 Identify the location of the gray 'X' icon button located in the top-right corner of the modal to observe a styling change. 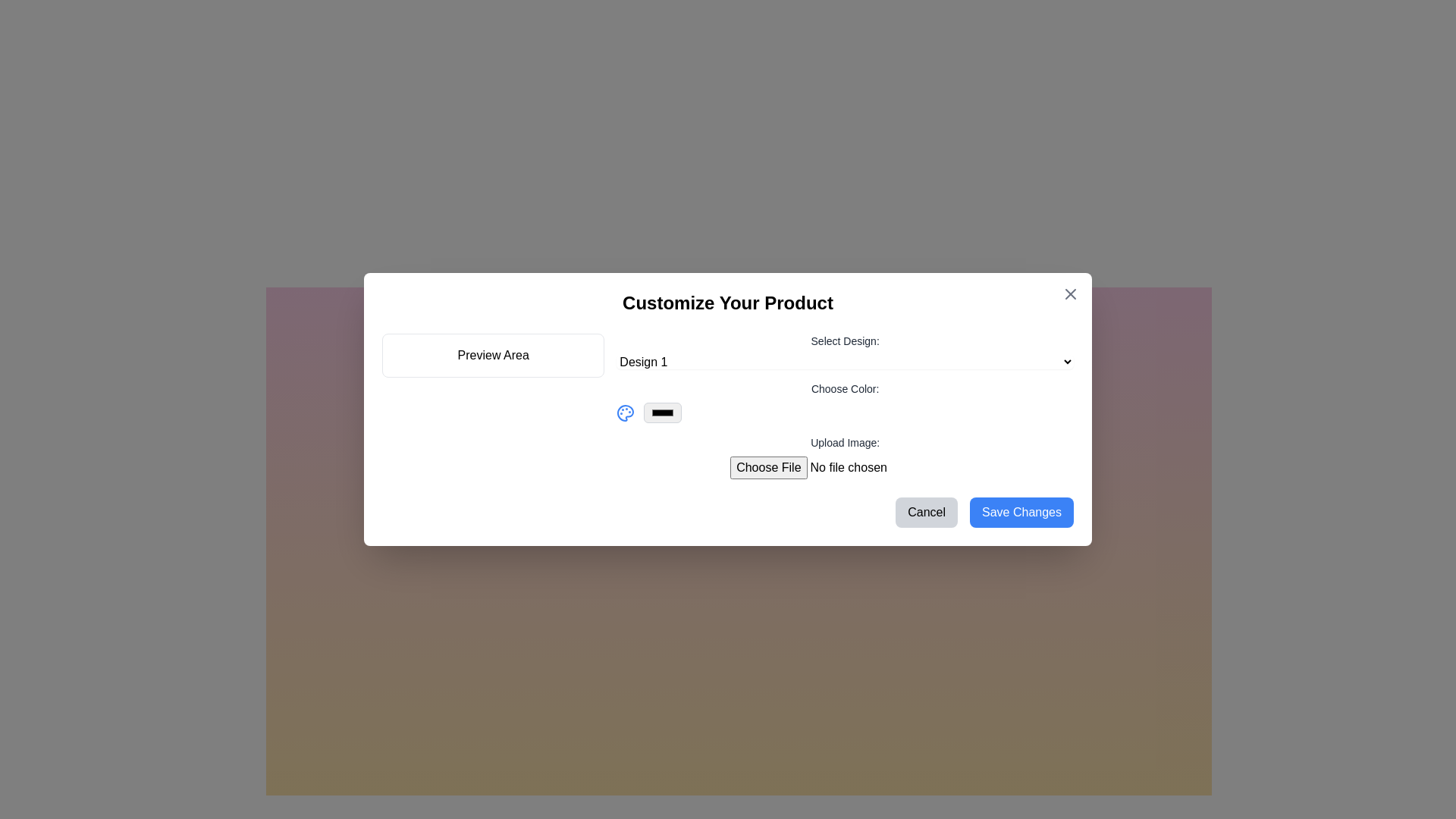
(1069, 294).